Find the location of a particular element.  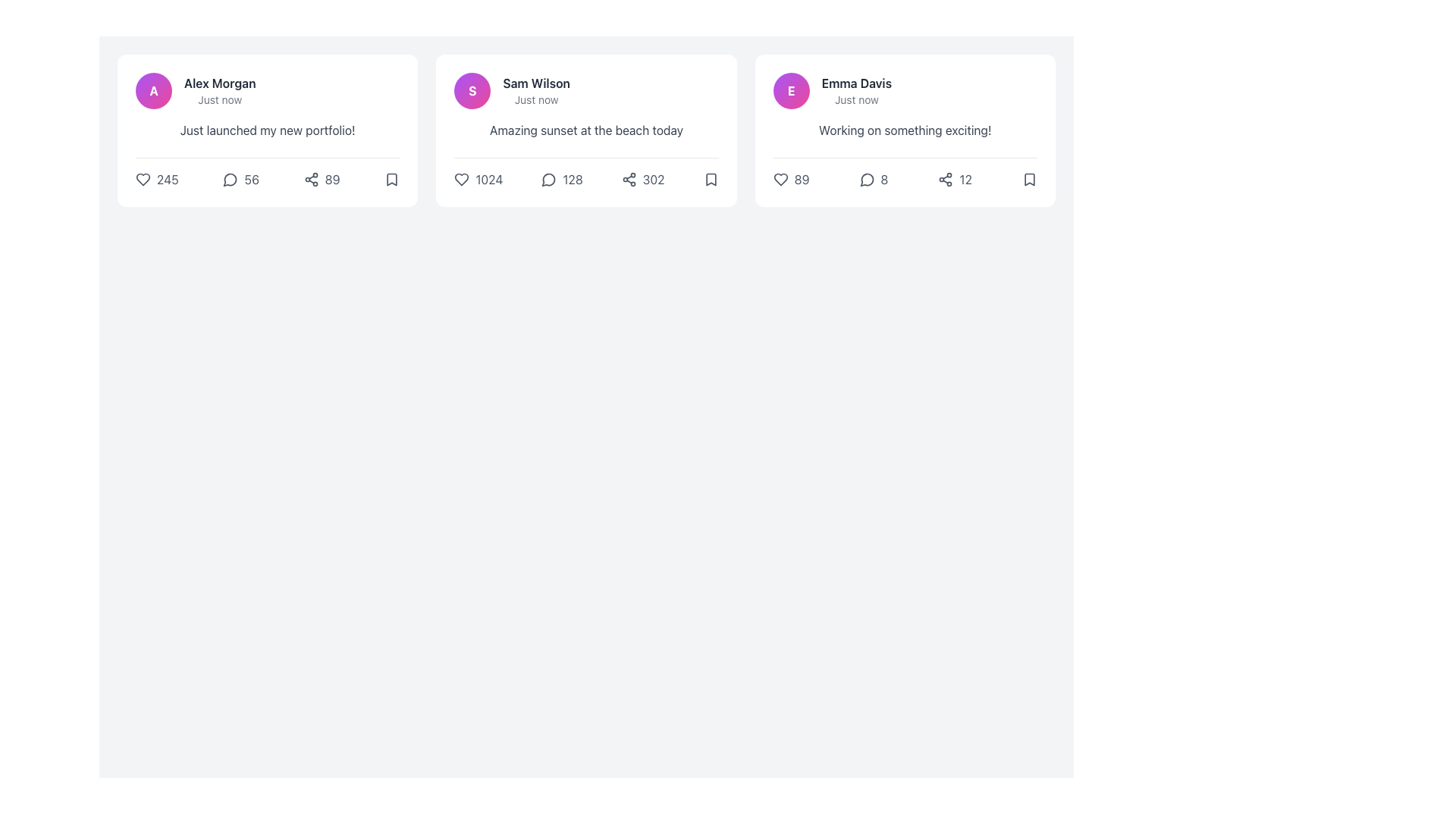

the interactive comment icon-text pair, located in the bottom section of the first content card, which displays the number of comments associated with the post to change the icon's color to blue is located at coordinates (240, 178).